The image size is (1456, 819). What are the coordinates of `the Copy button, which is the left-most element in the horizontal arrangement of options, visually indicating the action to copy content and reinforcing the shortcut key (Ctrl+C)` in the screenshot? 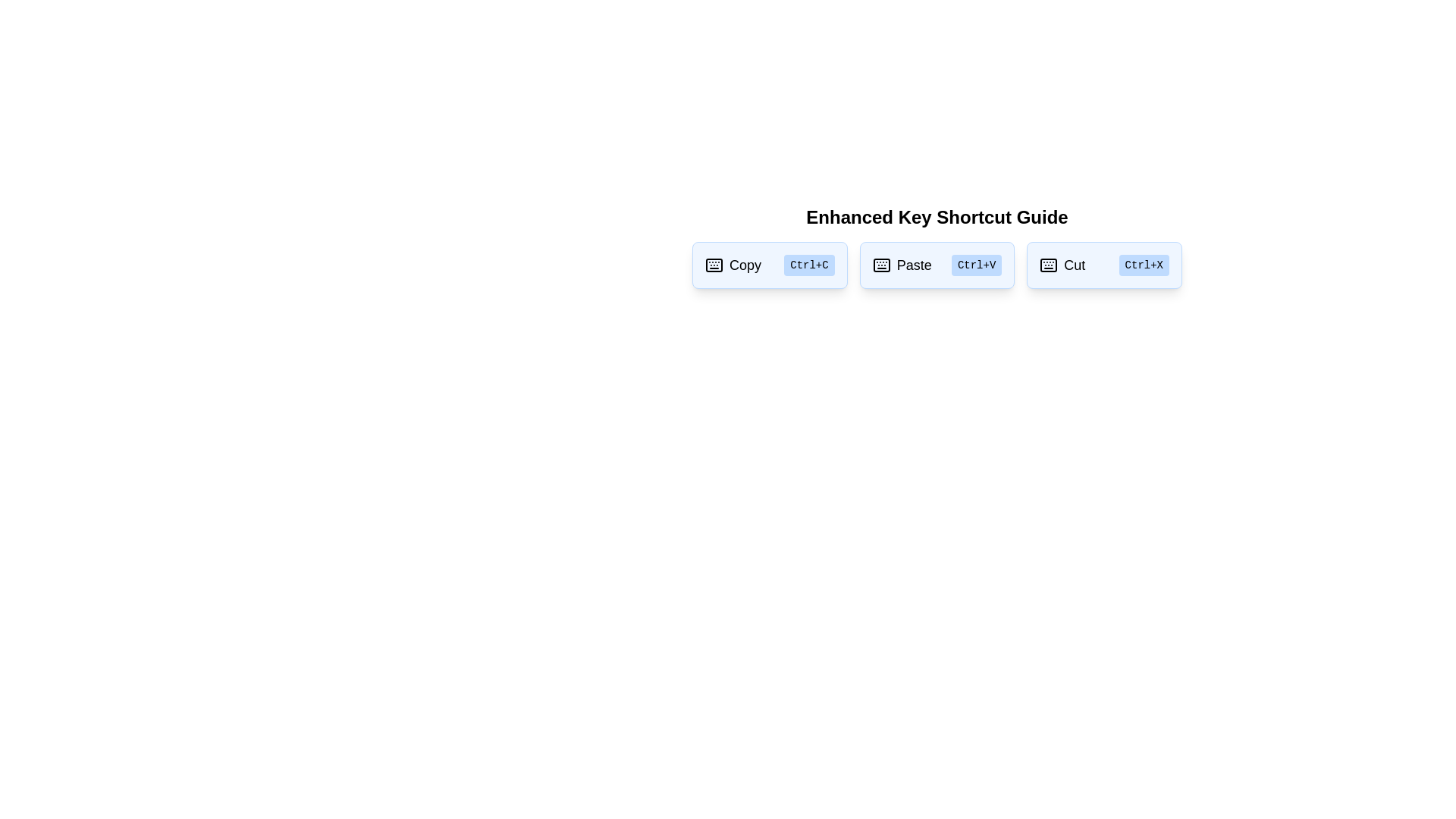 It's located at (733, 265).